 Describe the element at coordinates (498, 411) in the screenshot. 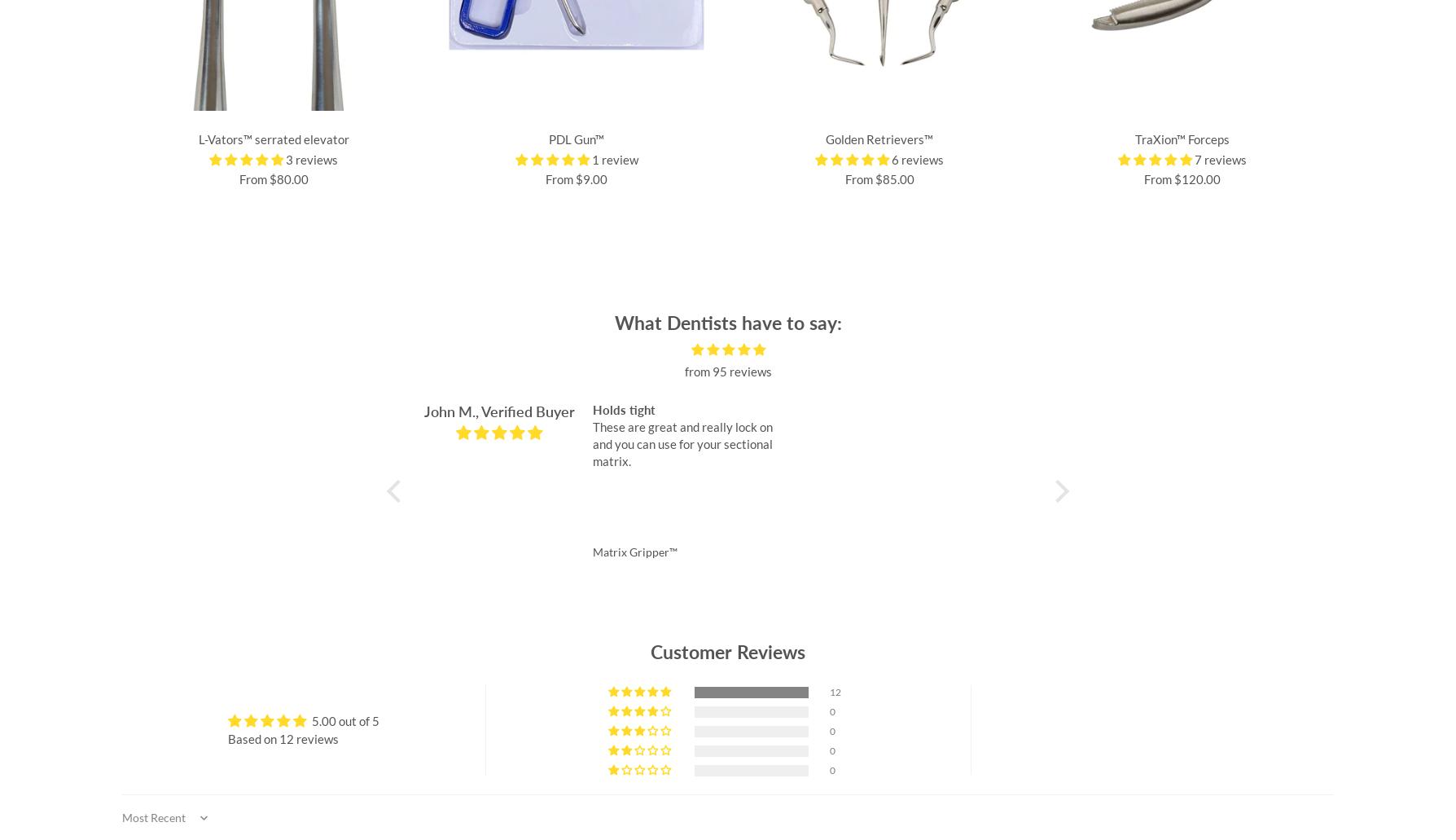

I see `'John M., Verified Buyer'` at that location.